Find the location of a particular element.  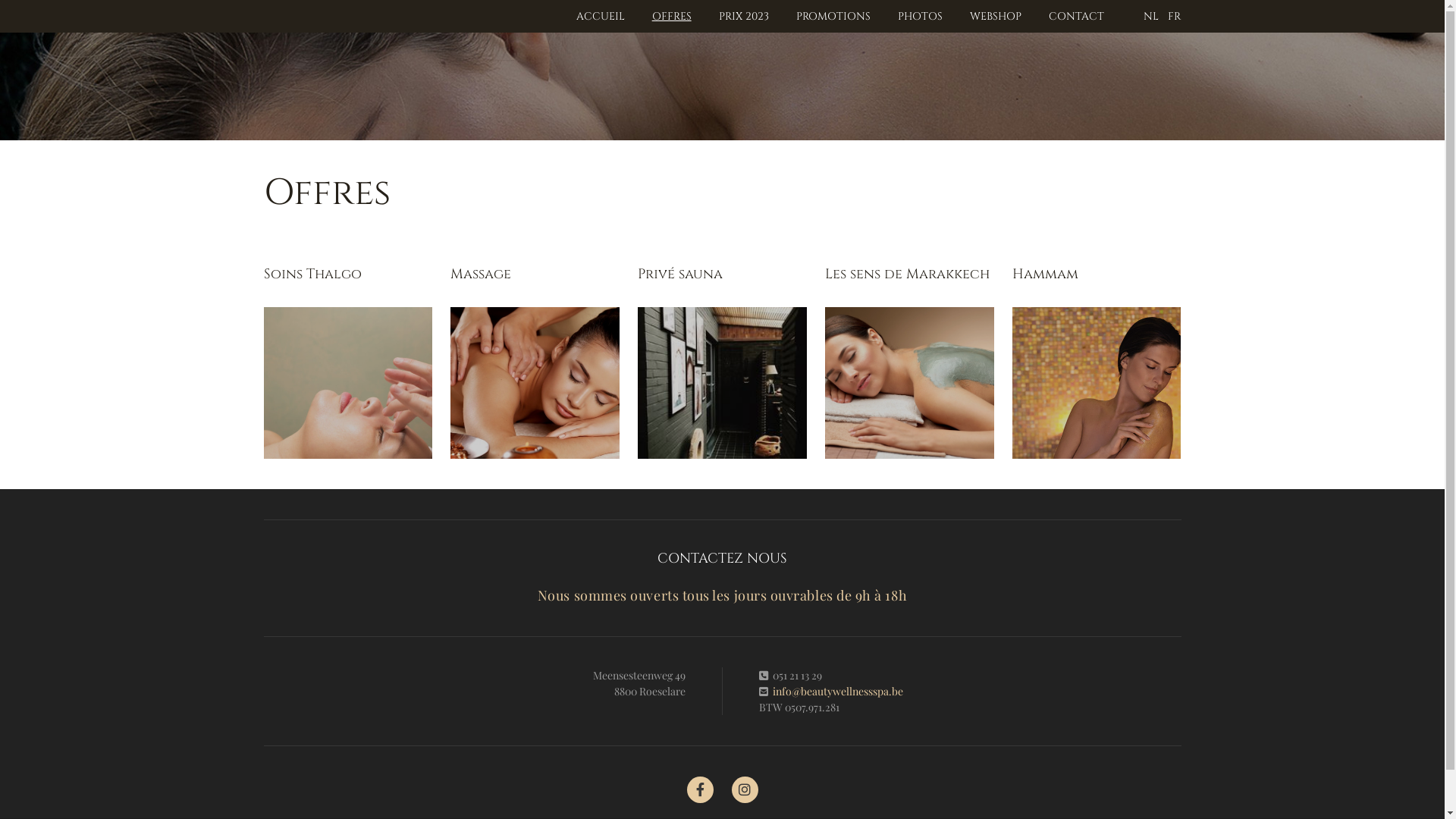

'OFFRES' is located at coordinates (671, 16).